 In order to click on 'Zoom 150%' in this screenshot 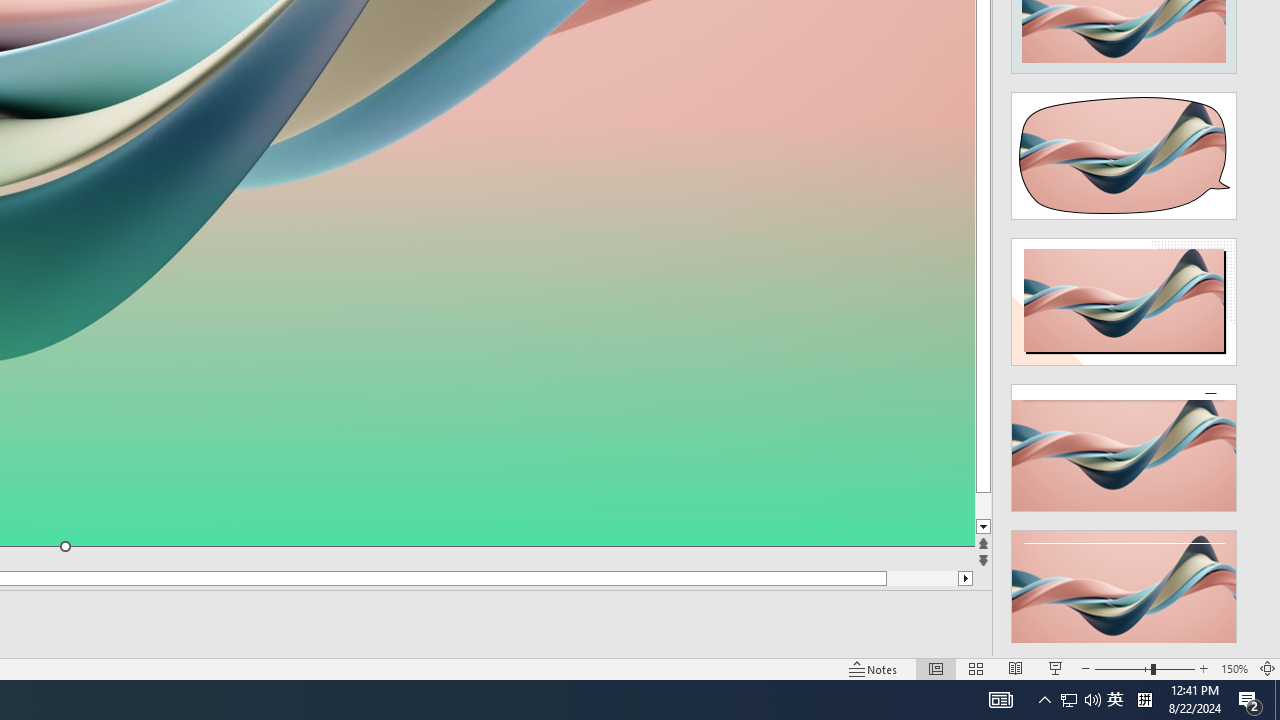, I will do `click(1233, 669)`.